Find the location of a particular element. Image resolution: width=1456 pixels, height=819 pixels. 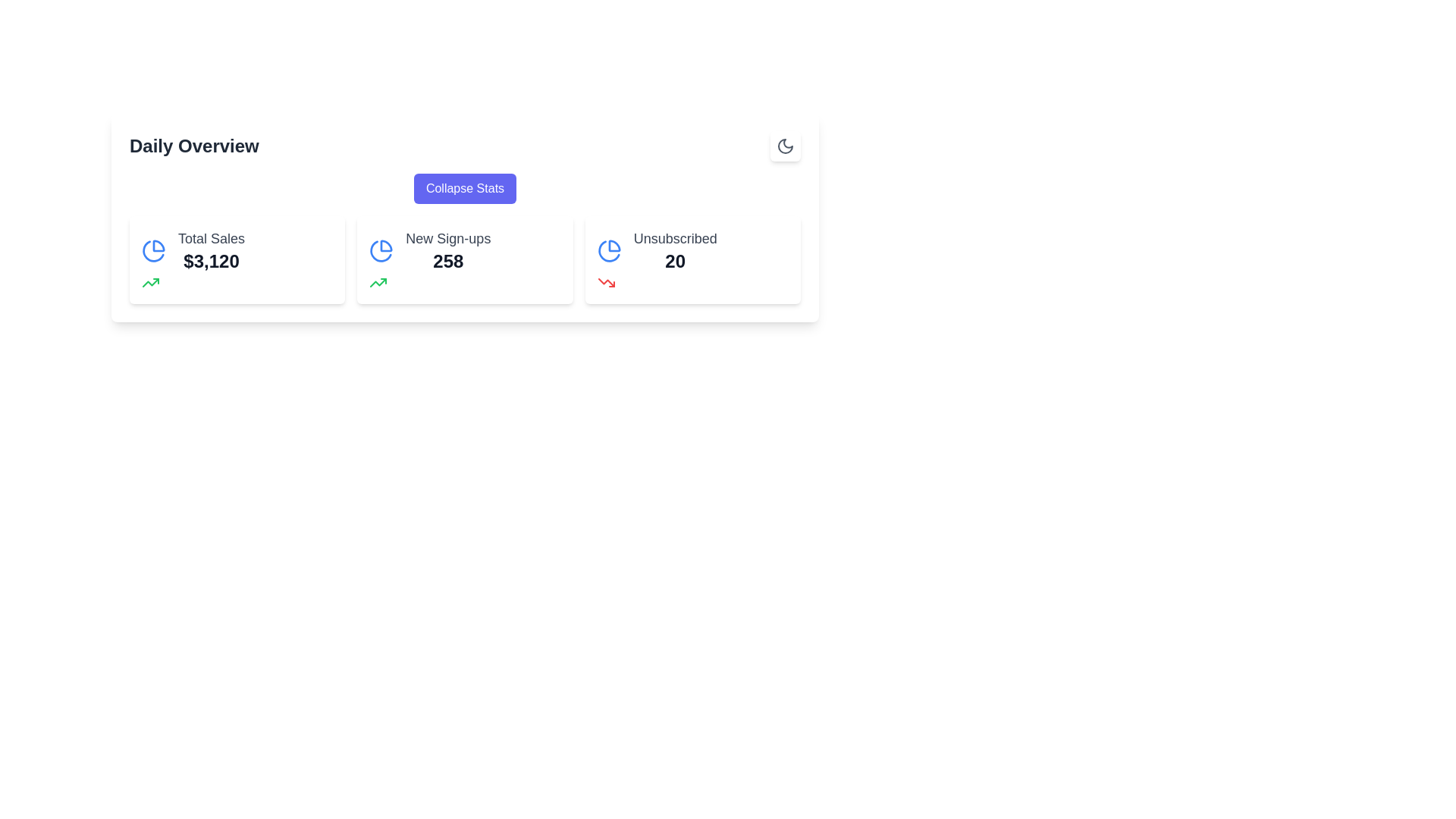

the 'New Sign-ups' text label, which displays the text in gray color and signifies a header for additional information is located at coordinates (447, 239).